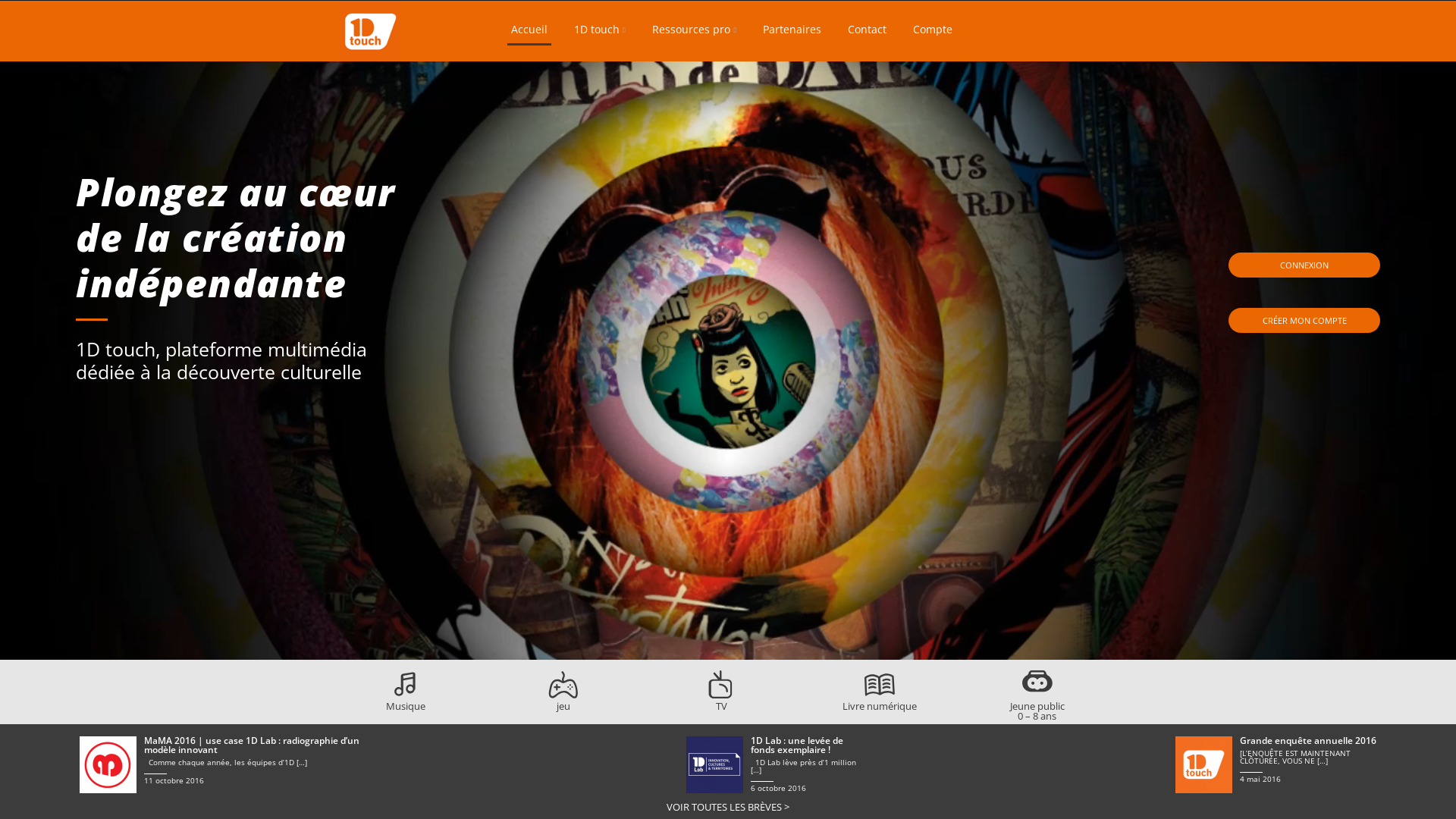  What do you see at coordinates (1051, 29) in the screenshot?
I see `'Facebook'` at bounding box center [1051, 29].